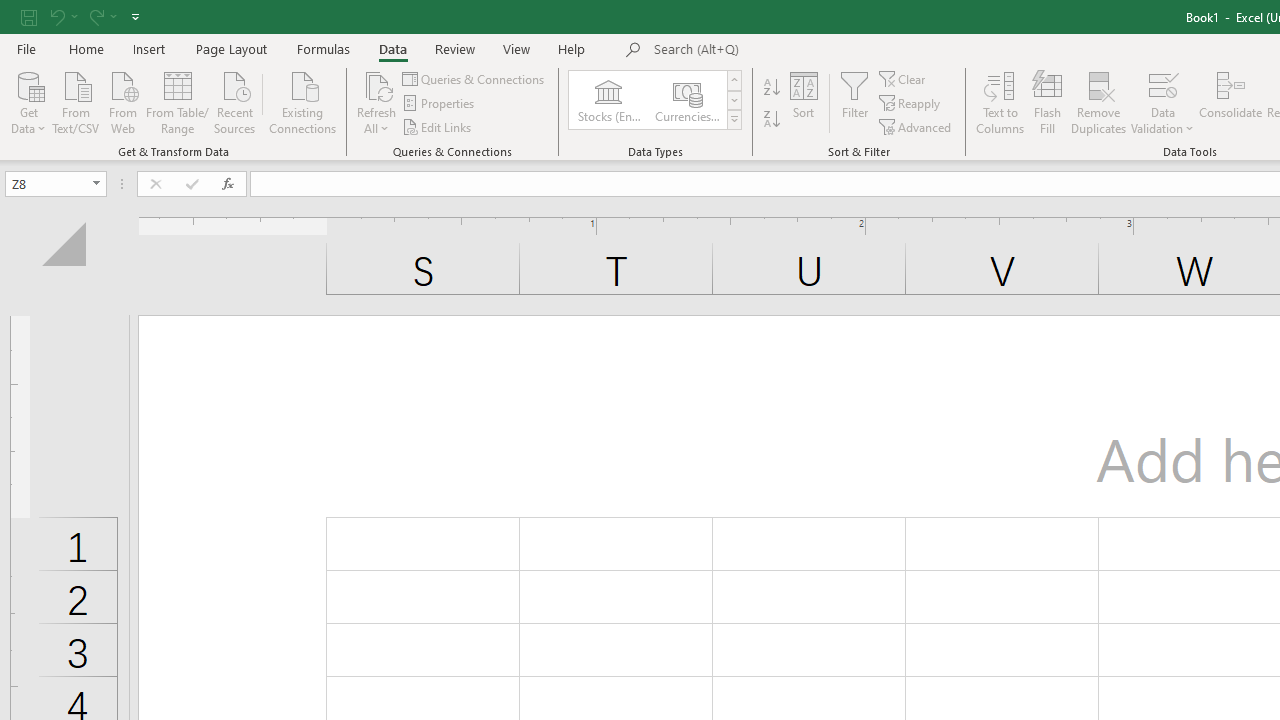 This screenshot has width=1280, height=720. I want to click on 'Consolidate...', so click(1229, 103).